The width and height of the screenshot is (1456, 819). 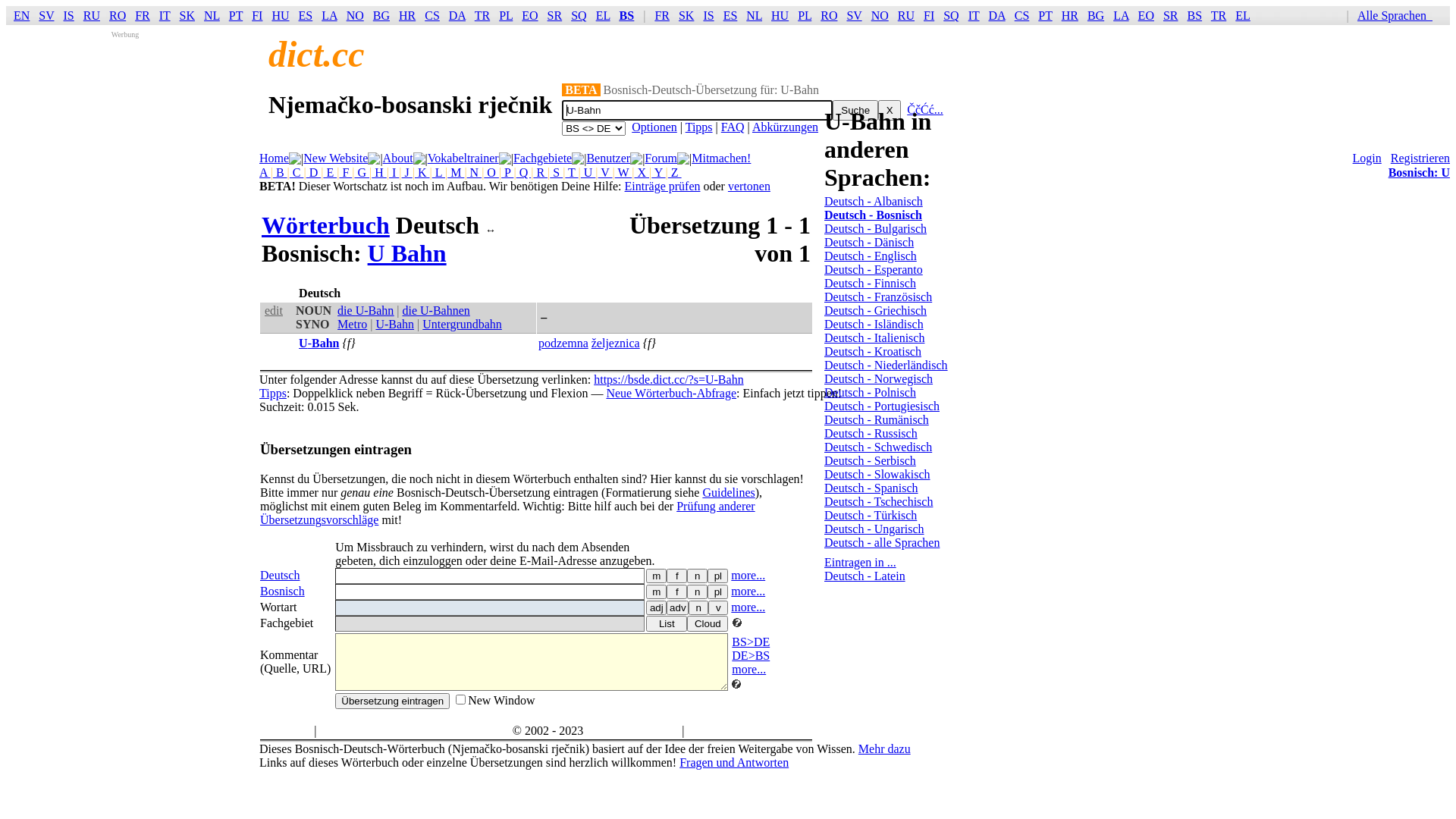 I want to click on 'H', so click(x=378, y=171).